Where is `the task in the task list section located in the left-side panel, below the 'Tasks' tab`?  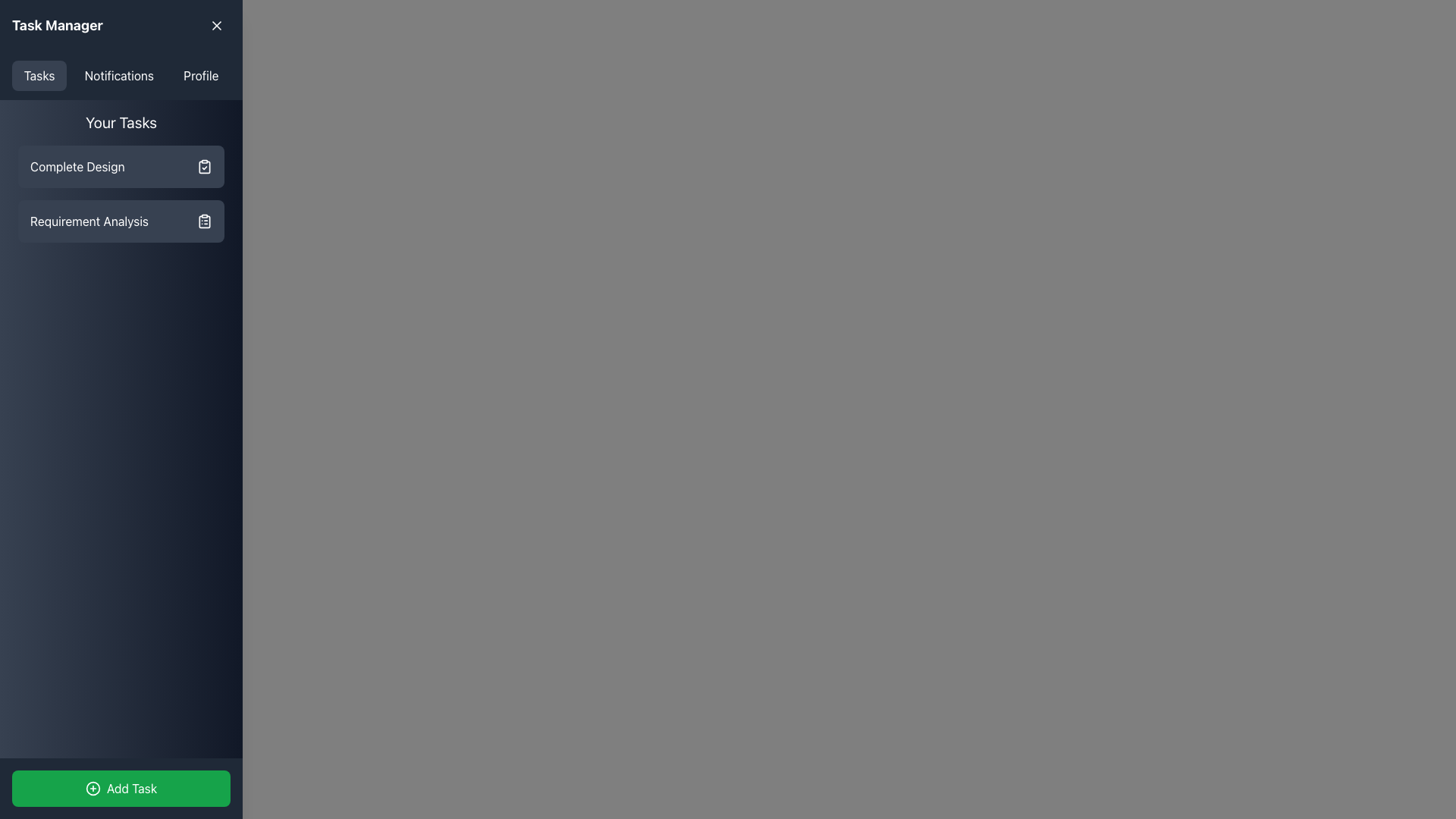
the task in the task list section located in the left-side panel, below the 'Tasks' tab is located at coordinates (120, 177).